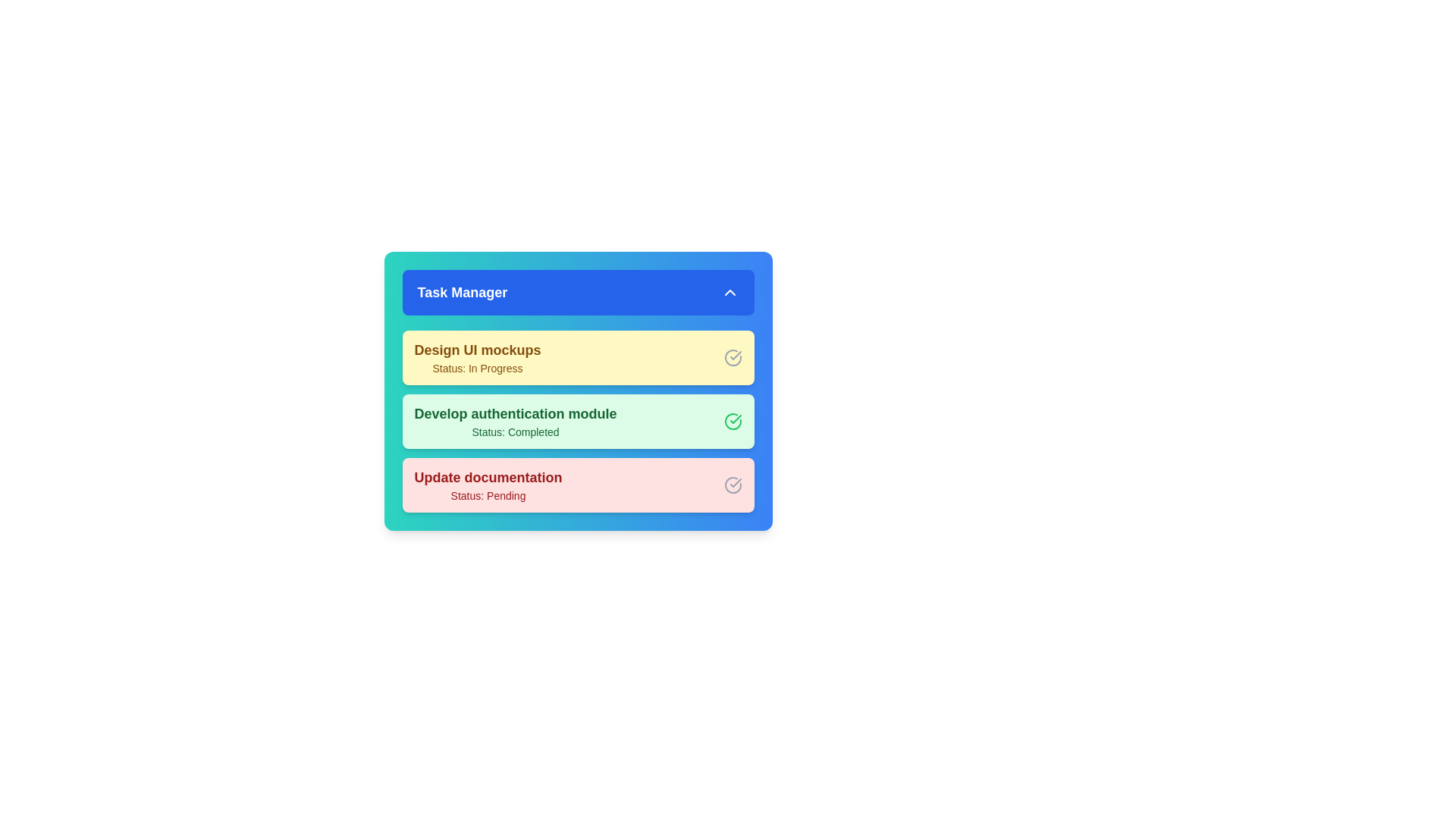  Describe the element at coordinates (577, 292) in the screenshot. I see `the header button to toggle the visibility of the task list` at that location.